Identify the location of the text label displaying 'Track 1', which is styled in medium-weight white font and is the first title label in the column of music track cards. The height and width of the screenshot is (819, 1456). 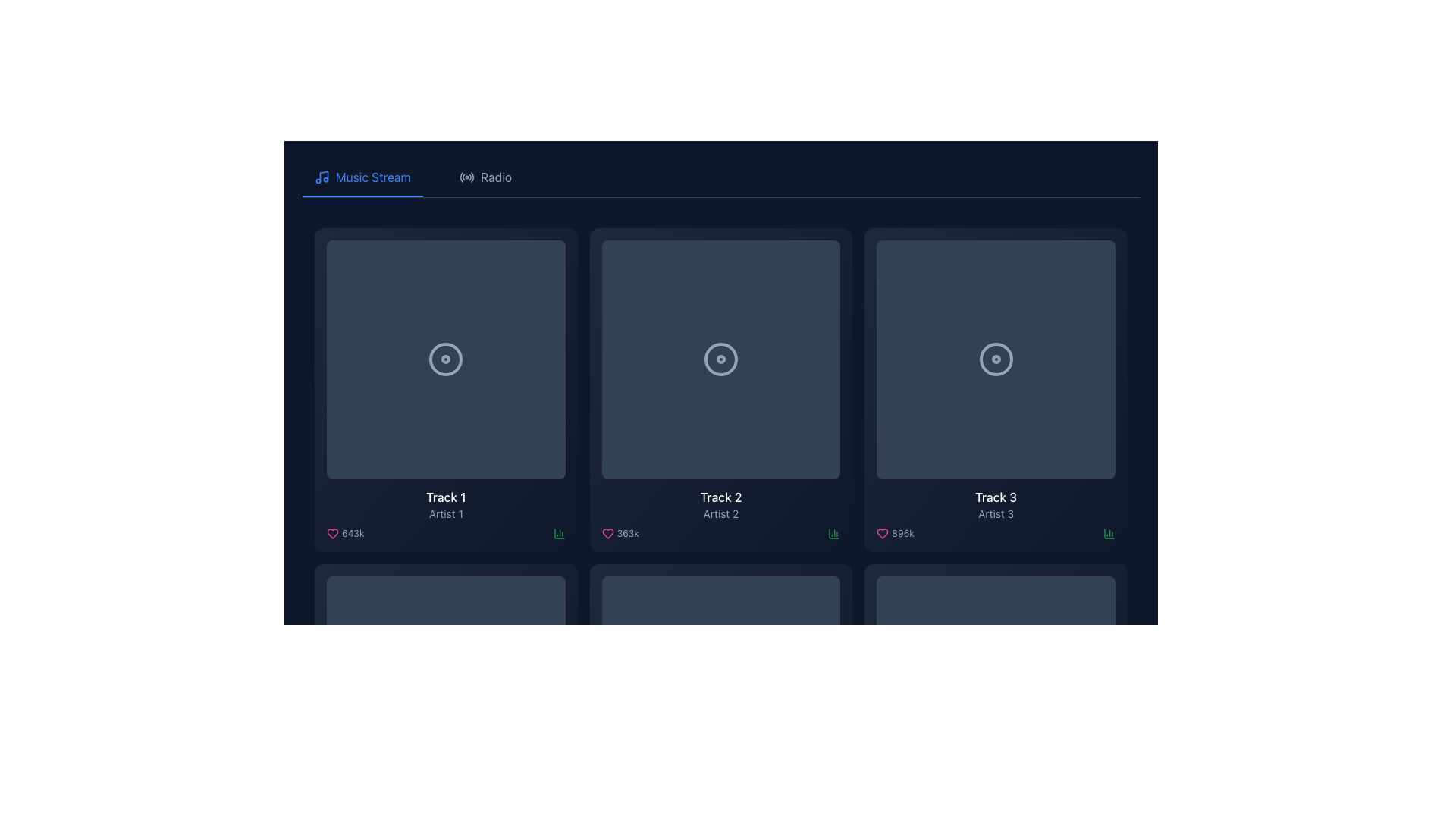
(445, 497).